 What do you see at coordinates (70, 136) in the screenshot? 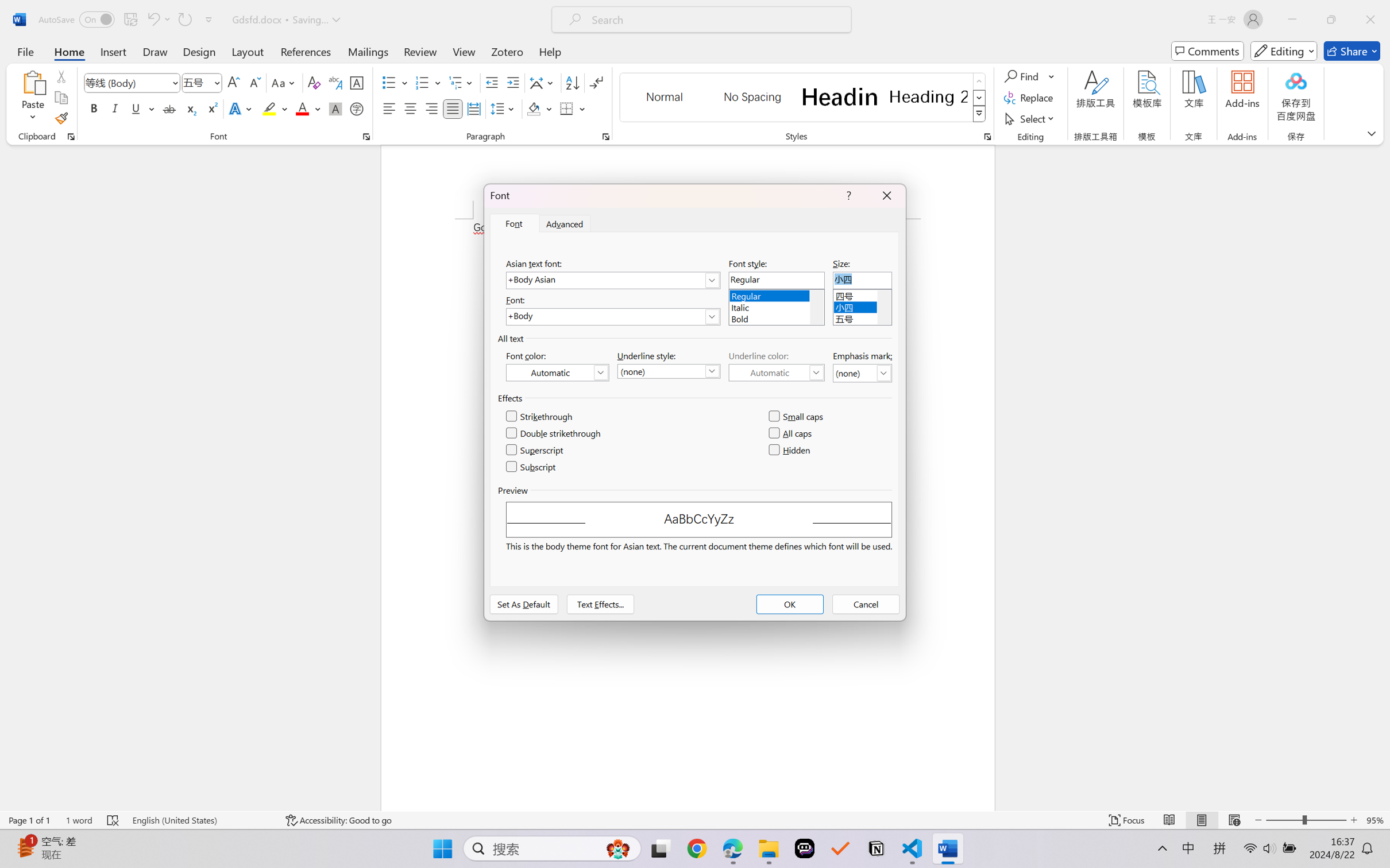
I see `'Office Clipboard...'` at bounding box center [70, 136].